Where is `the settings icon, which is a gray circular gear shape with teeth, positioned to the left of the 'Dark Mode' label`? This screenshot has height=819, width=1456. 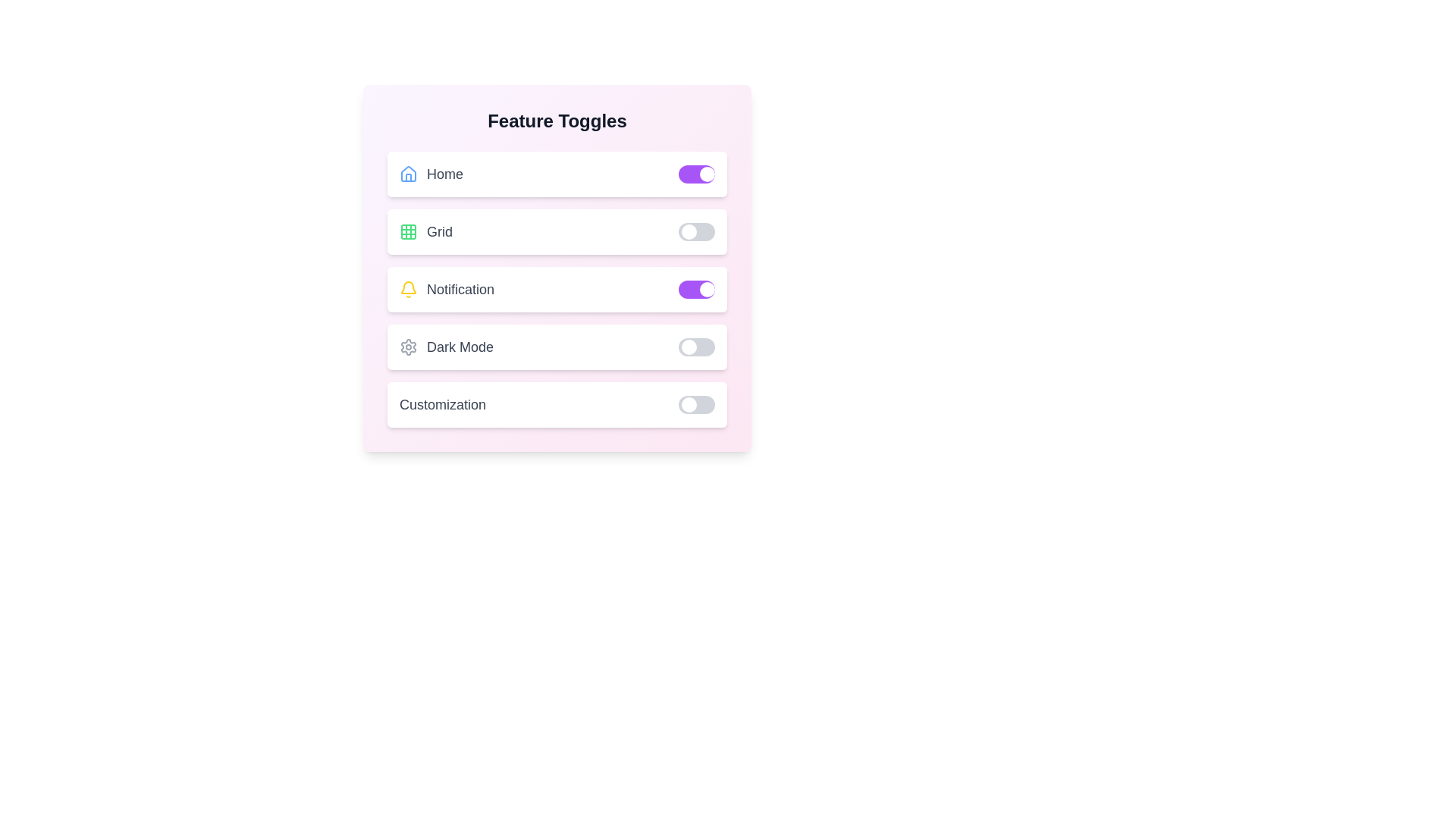
the settings icon, which is a gray circular gear shape with teeth, positioned to the left of the 'Dark Mode' label is located at coordinates (408, 347).